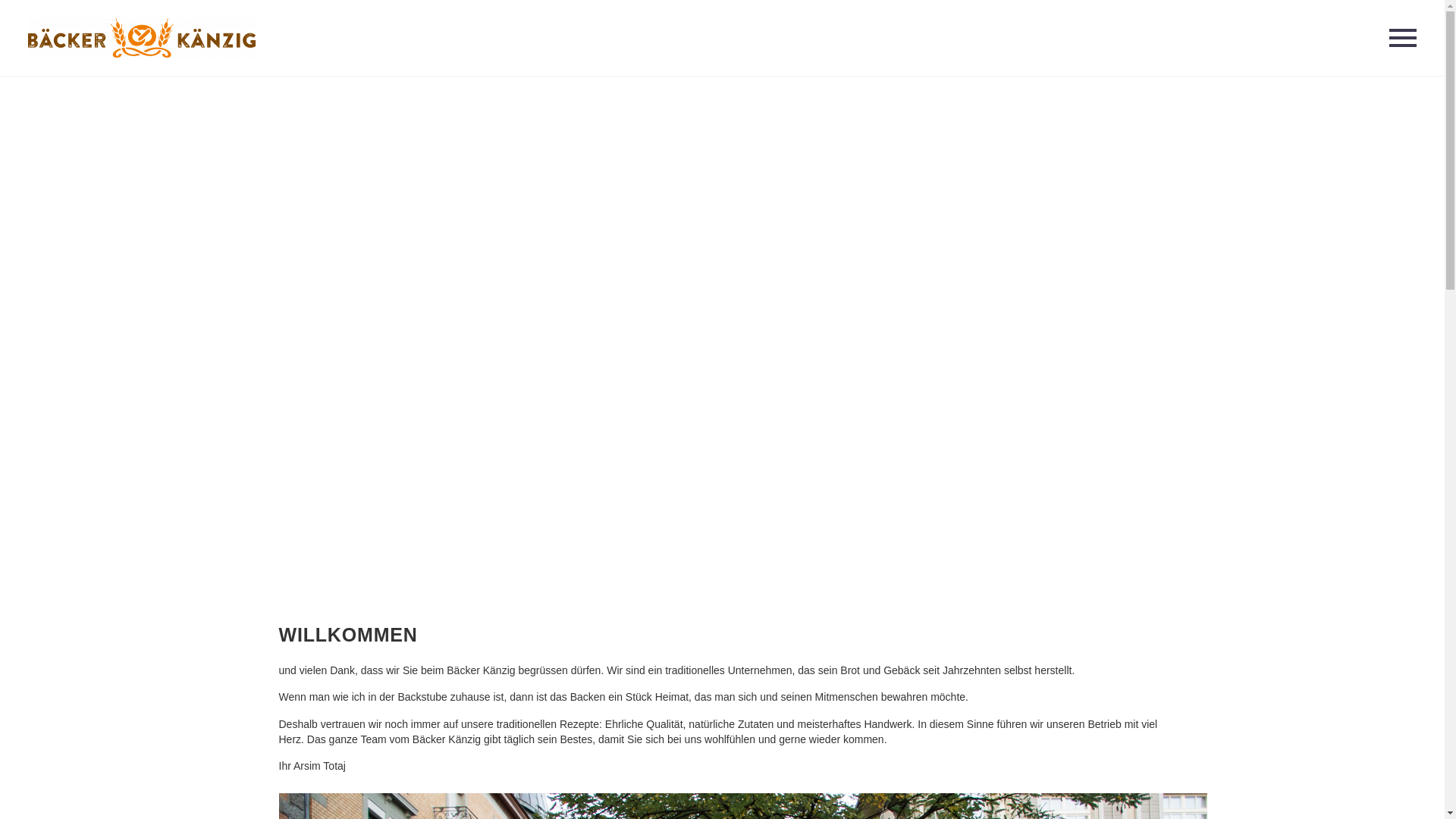  What do you see at coordinates (1401, 37) in the screenshot?
I see `'Primary Menu'` at bounding box center [1401, 37].